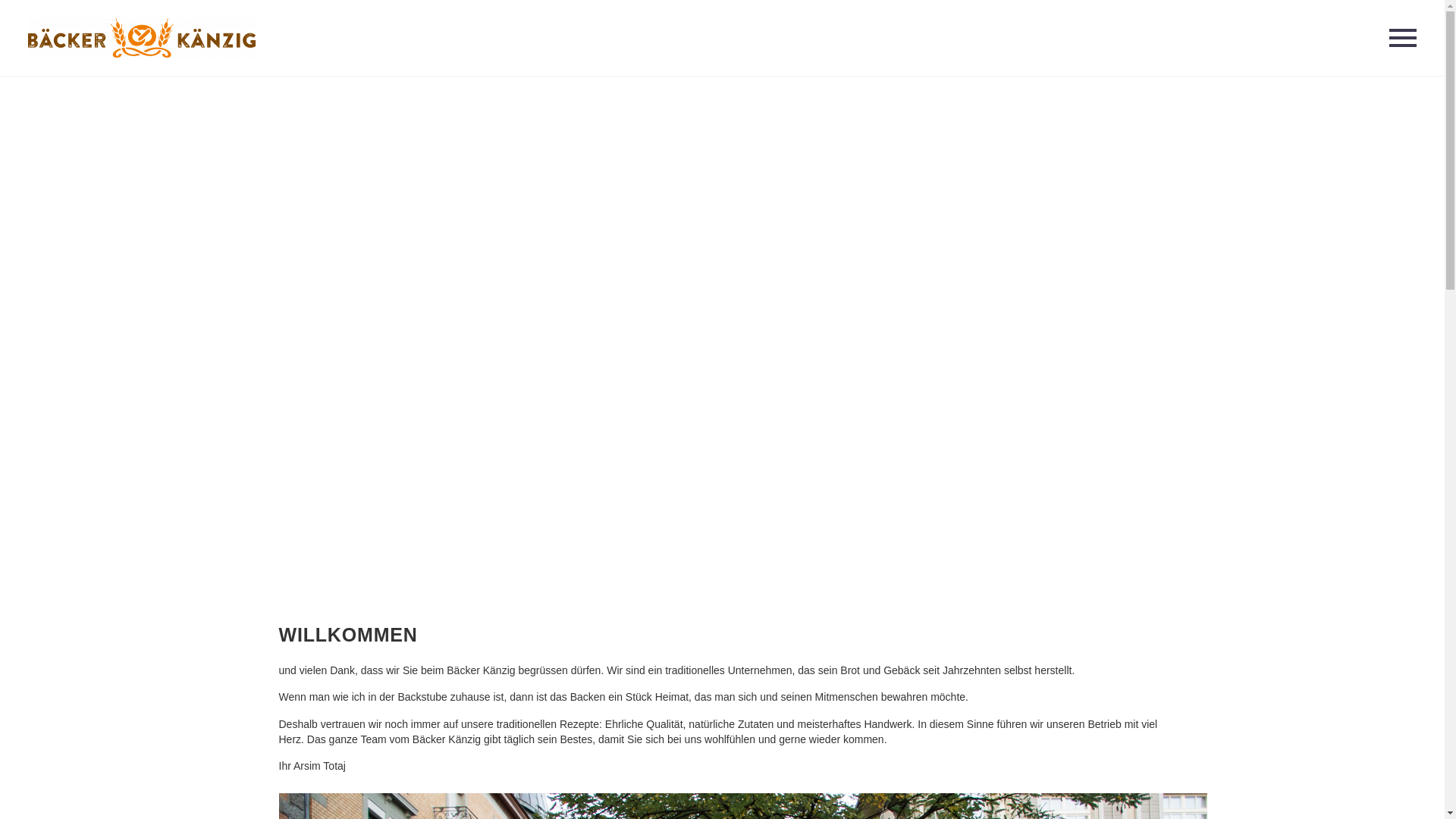  What do you see at coordinates (1401, 37) in the screenshot?
I see `'Primary Menu'` at bounding box center [1401, 37].